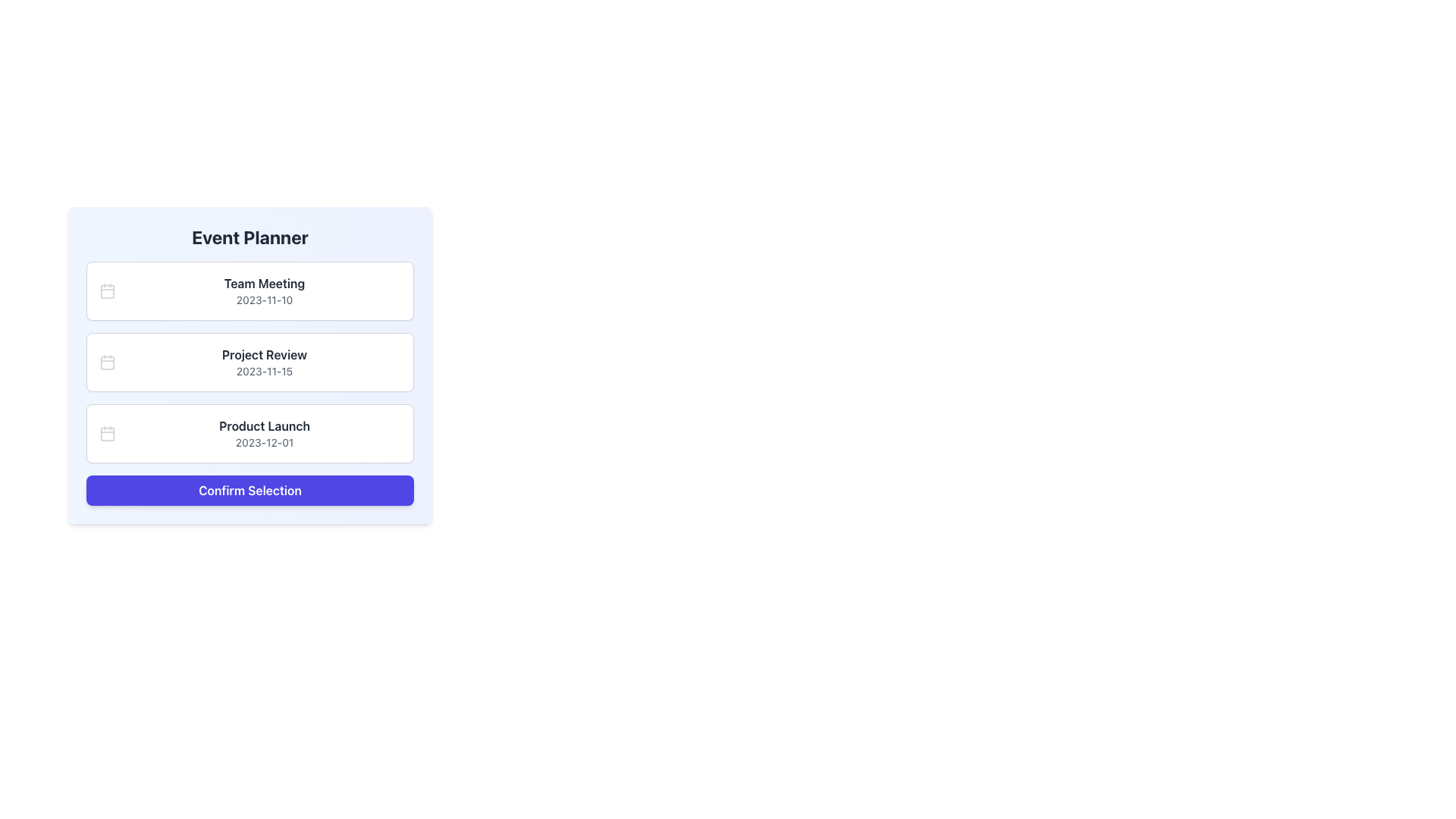 The image size is (1456, 819). Describe the element at coordinates (107, 433) in the screenshot. I see `the rectangle with rounded corners within the calendar icon, located to the left of the 'Product Launch' list item in the 'Event Planner' interface` at that location.